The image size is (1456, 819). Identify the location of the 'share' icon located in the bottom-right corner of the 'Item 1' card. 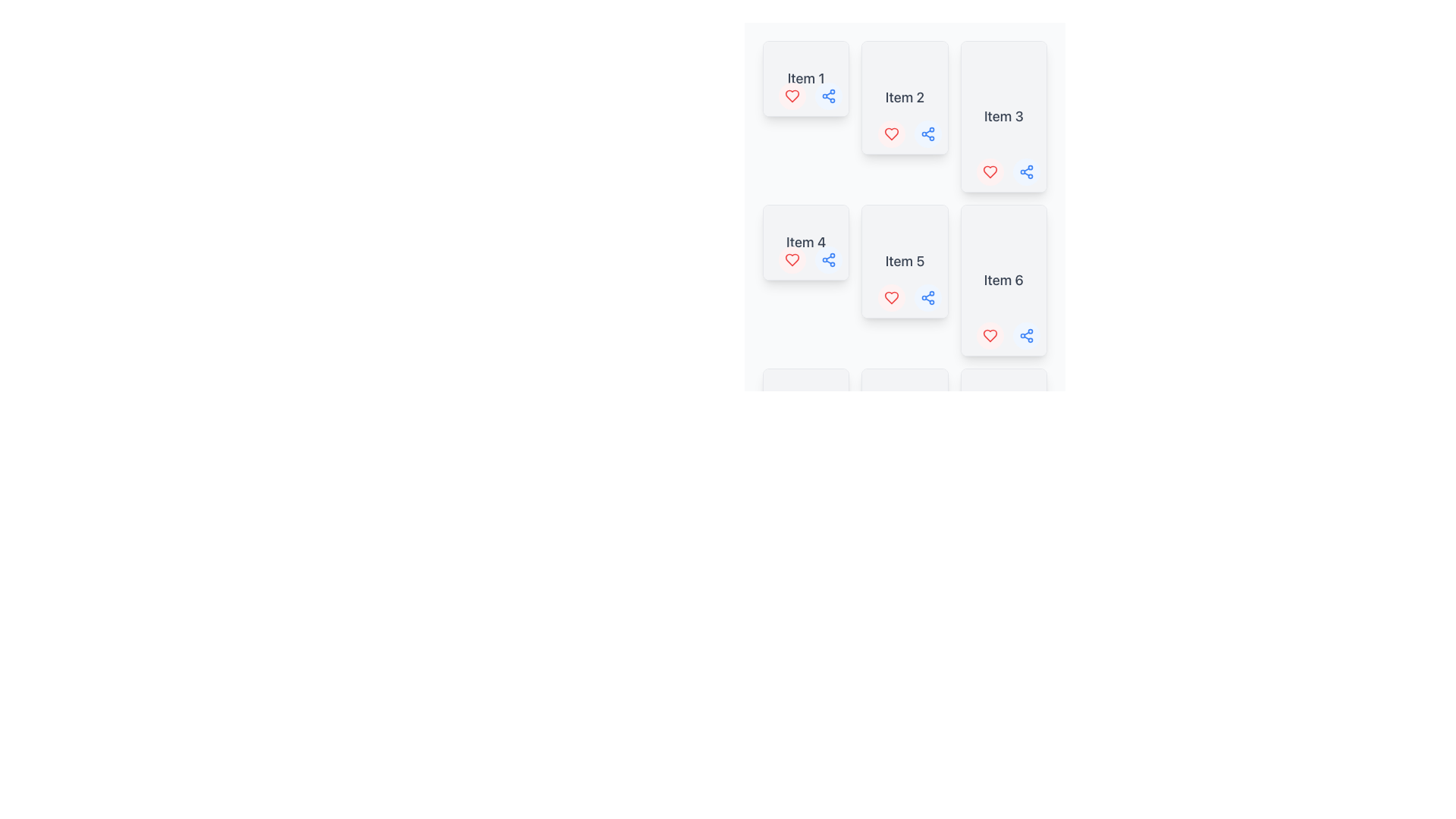
(828, 96).